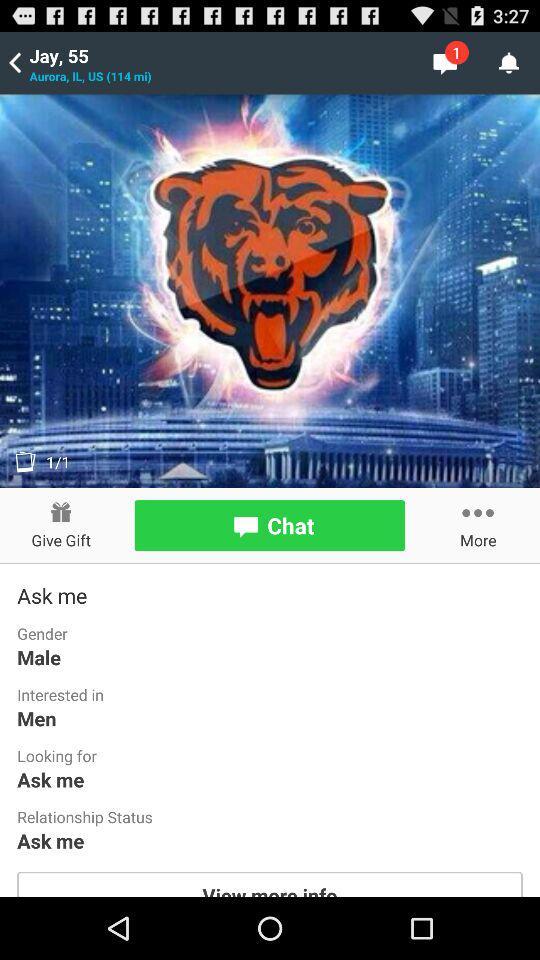 This screenshot has width=540, height=960. I want to click on chat, so click(269, 524).